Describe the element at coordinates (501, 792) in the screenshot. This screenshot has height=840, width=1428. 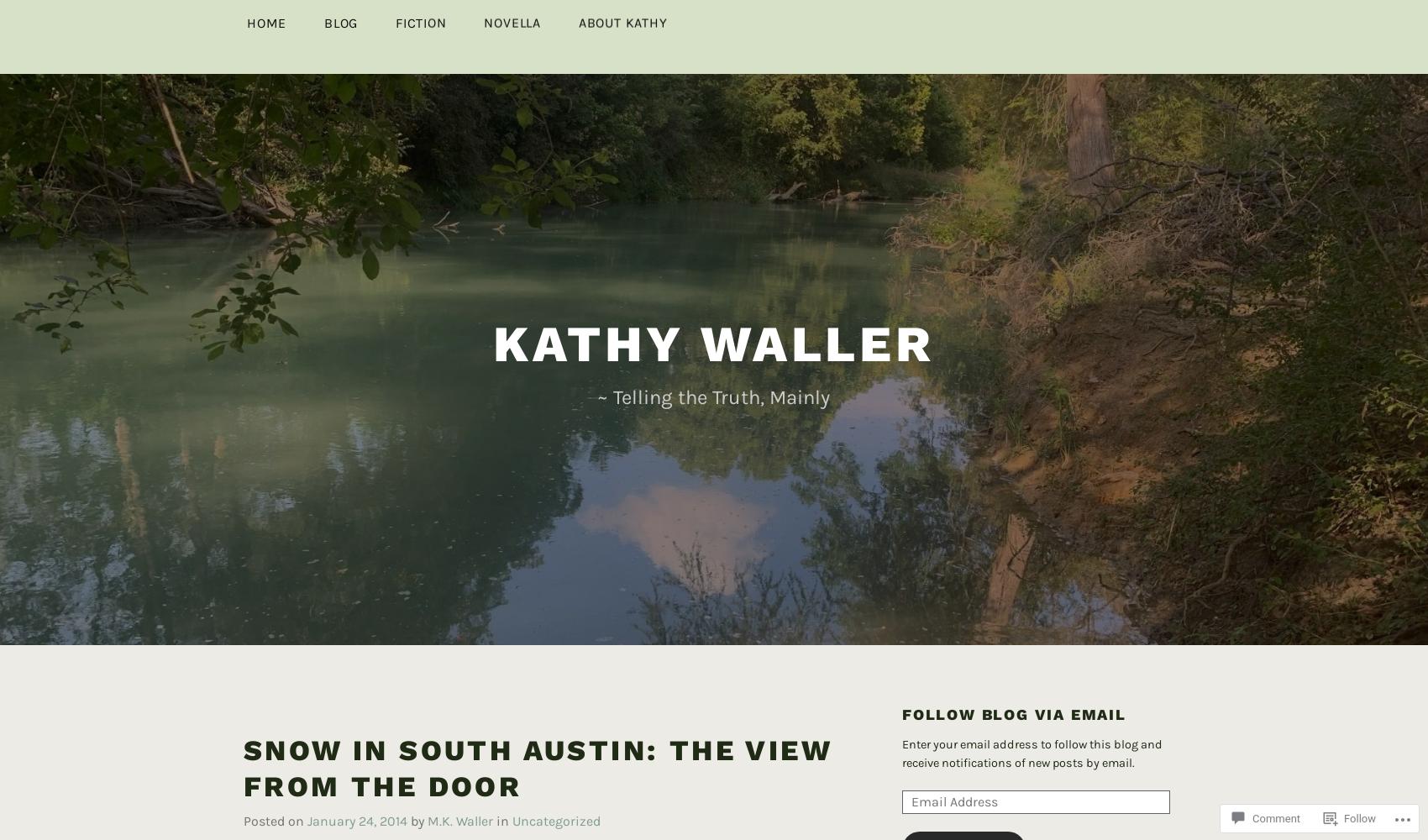
I see `'in'` at that location.